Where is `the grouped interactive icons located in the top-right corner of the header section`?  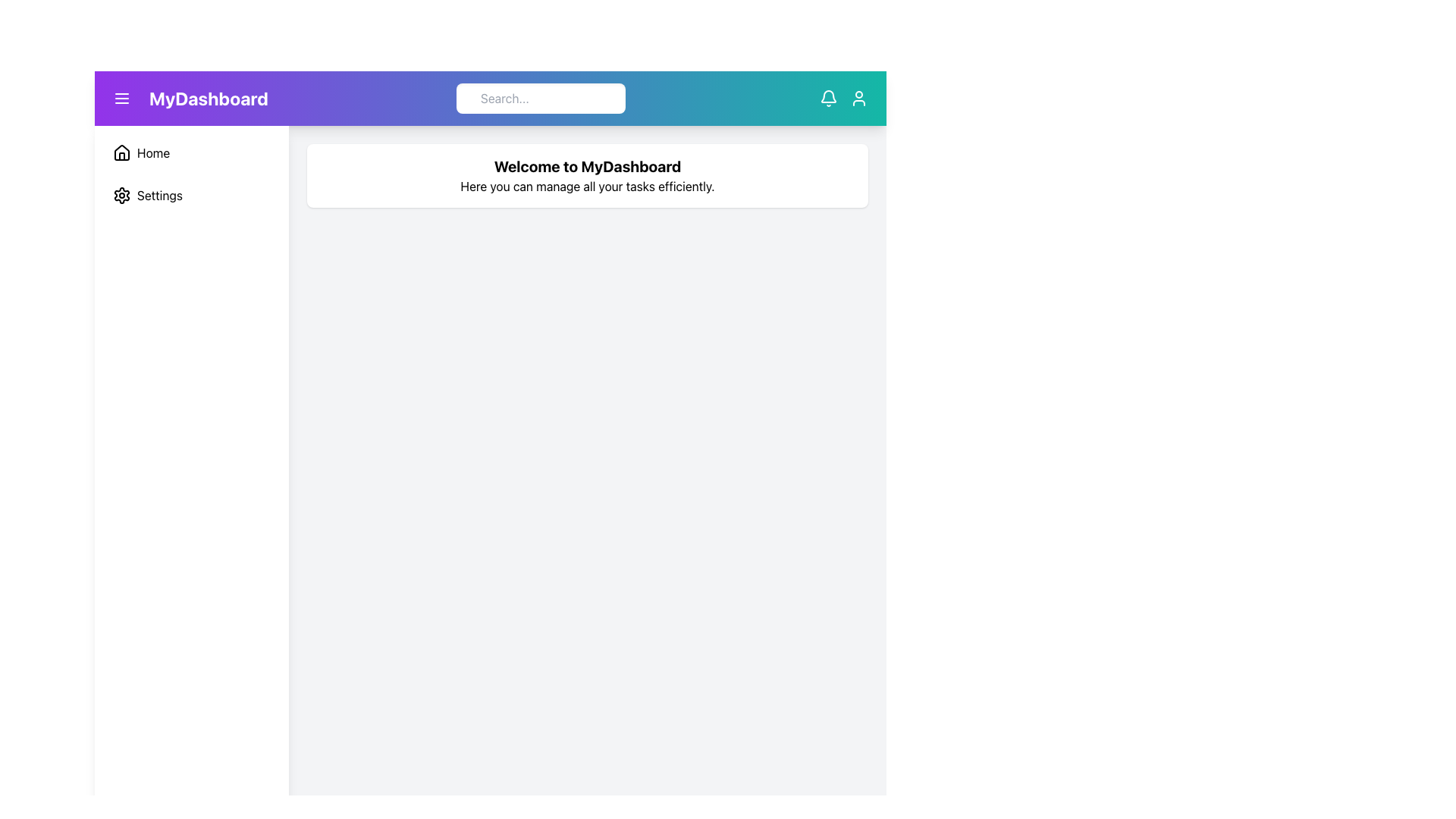
the grouped interactive icons located in the top-right corner of the header section is located at coordinates (843, 99).